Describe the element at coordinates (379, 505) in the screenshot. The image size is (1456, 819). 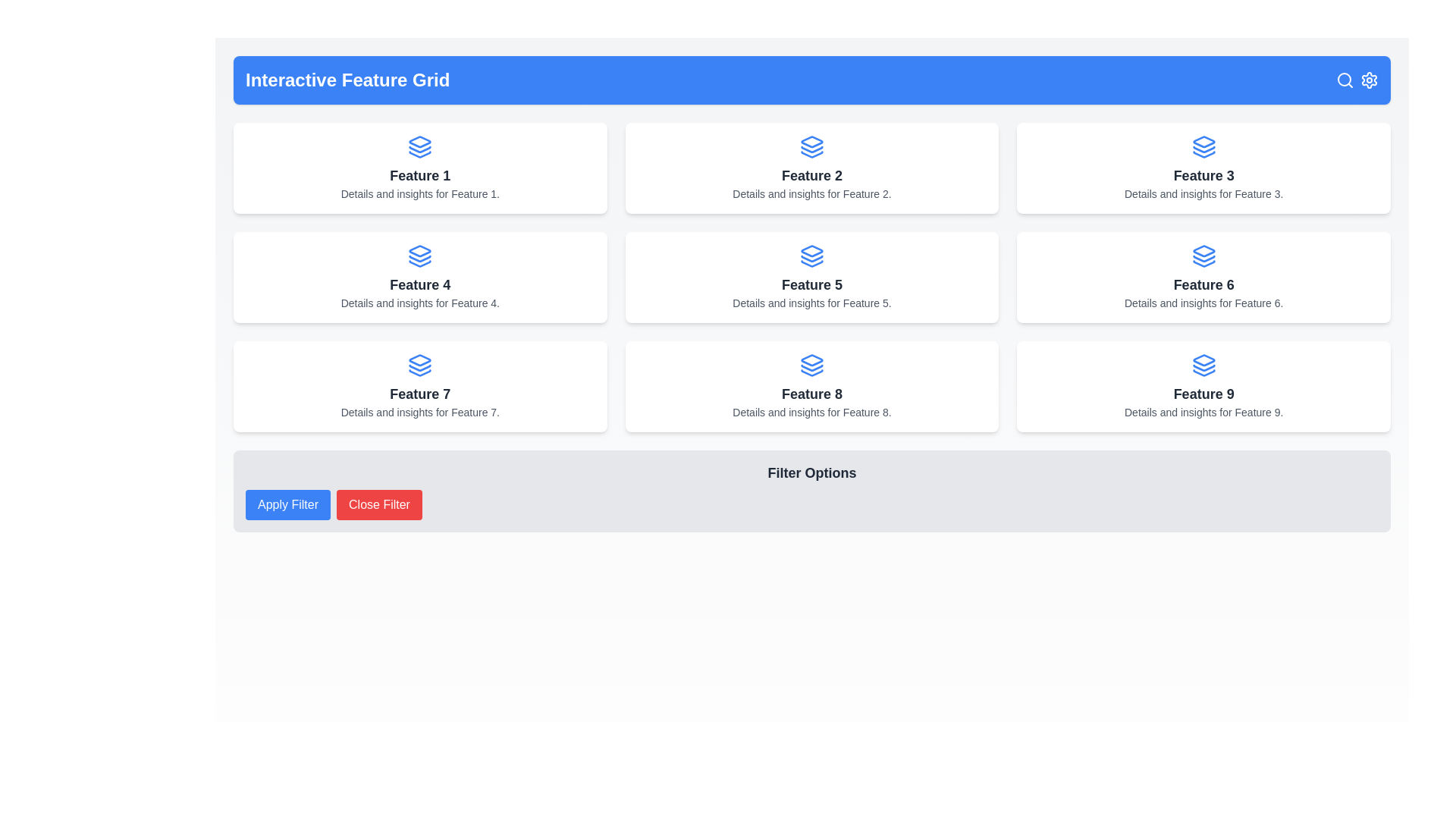
I see `the second button from the right` at that location.